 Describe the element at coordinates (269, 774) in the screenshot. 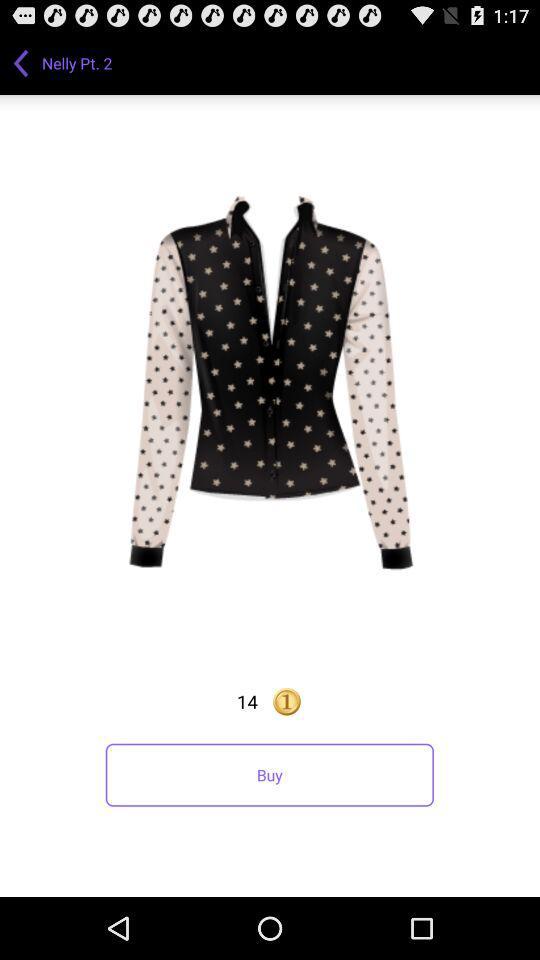

I see `the buy item` at that location.